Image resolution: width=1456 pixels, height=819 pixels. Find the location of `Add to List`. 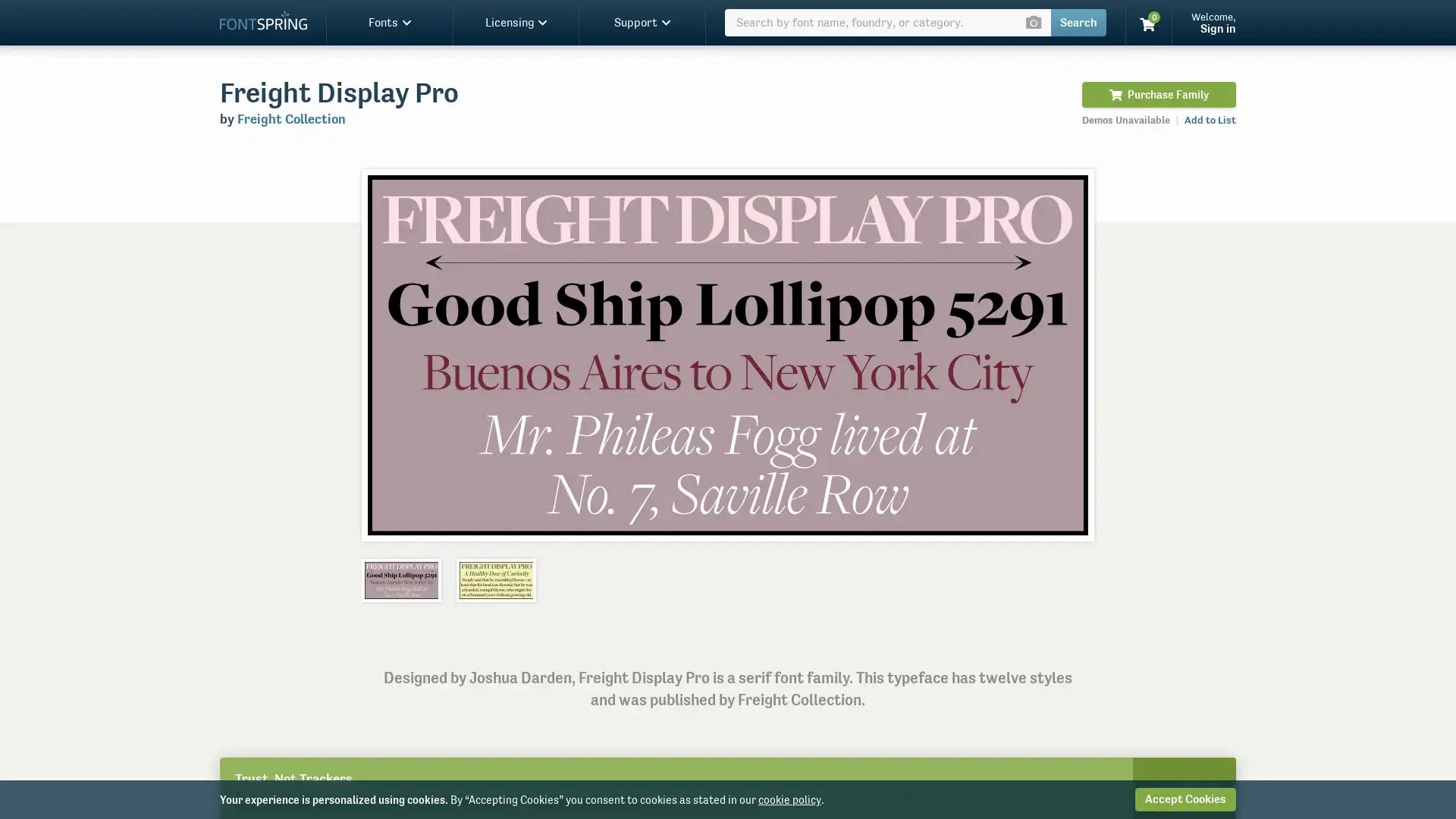

Add to List is located at coordinates (1210, 119).